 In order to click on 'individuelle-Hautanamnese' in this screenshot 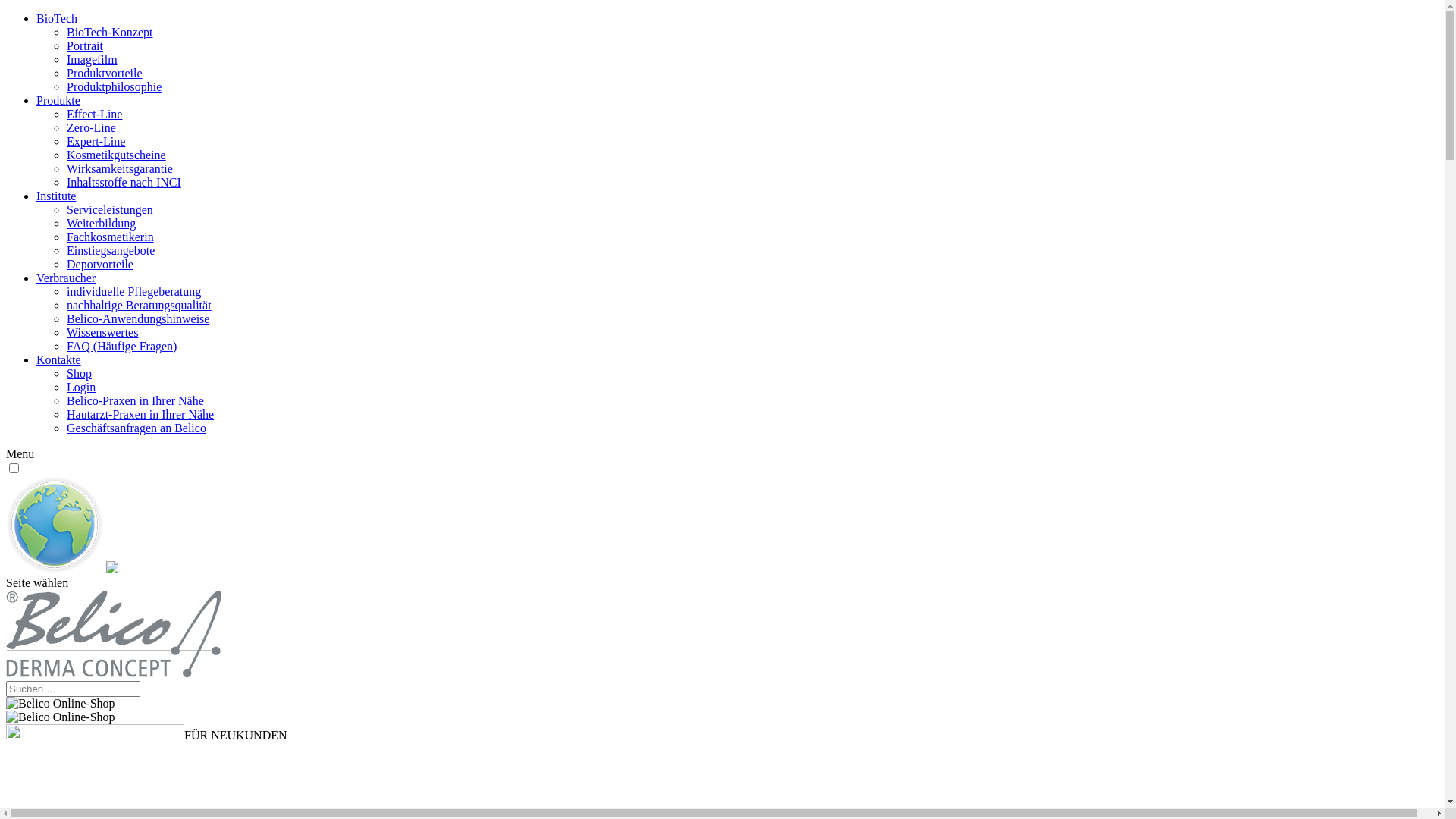, I will do `click(61, 704)`.